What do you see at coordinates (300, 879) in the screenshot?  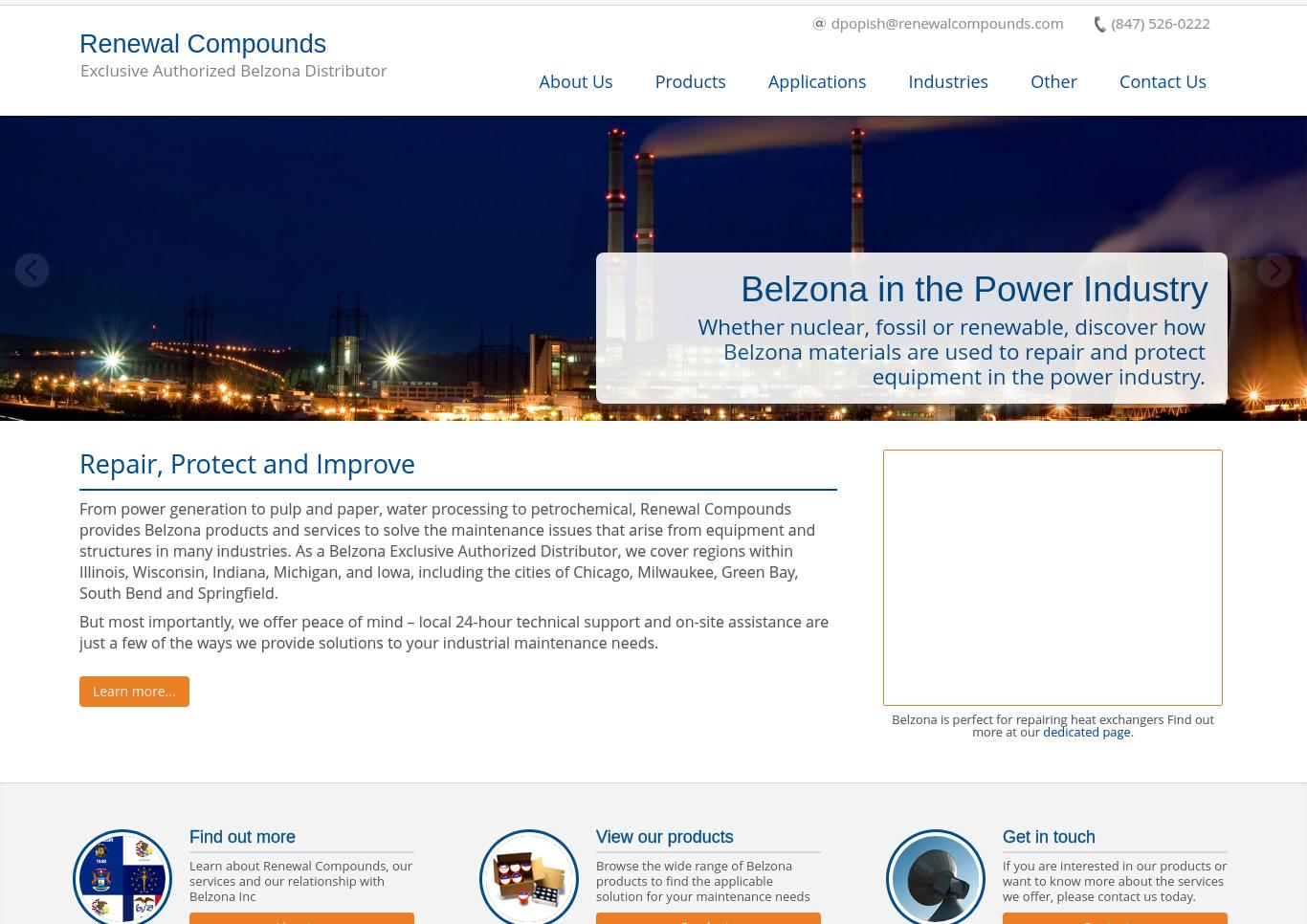 I see `'Learn about Renewal Compounds, our services and our relationship with Belzona Inc'` at bounding box center [300, 879].